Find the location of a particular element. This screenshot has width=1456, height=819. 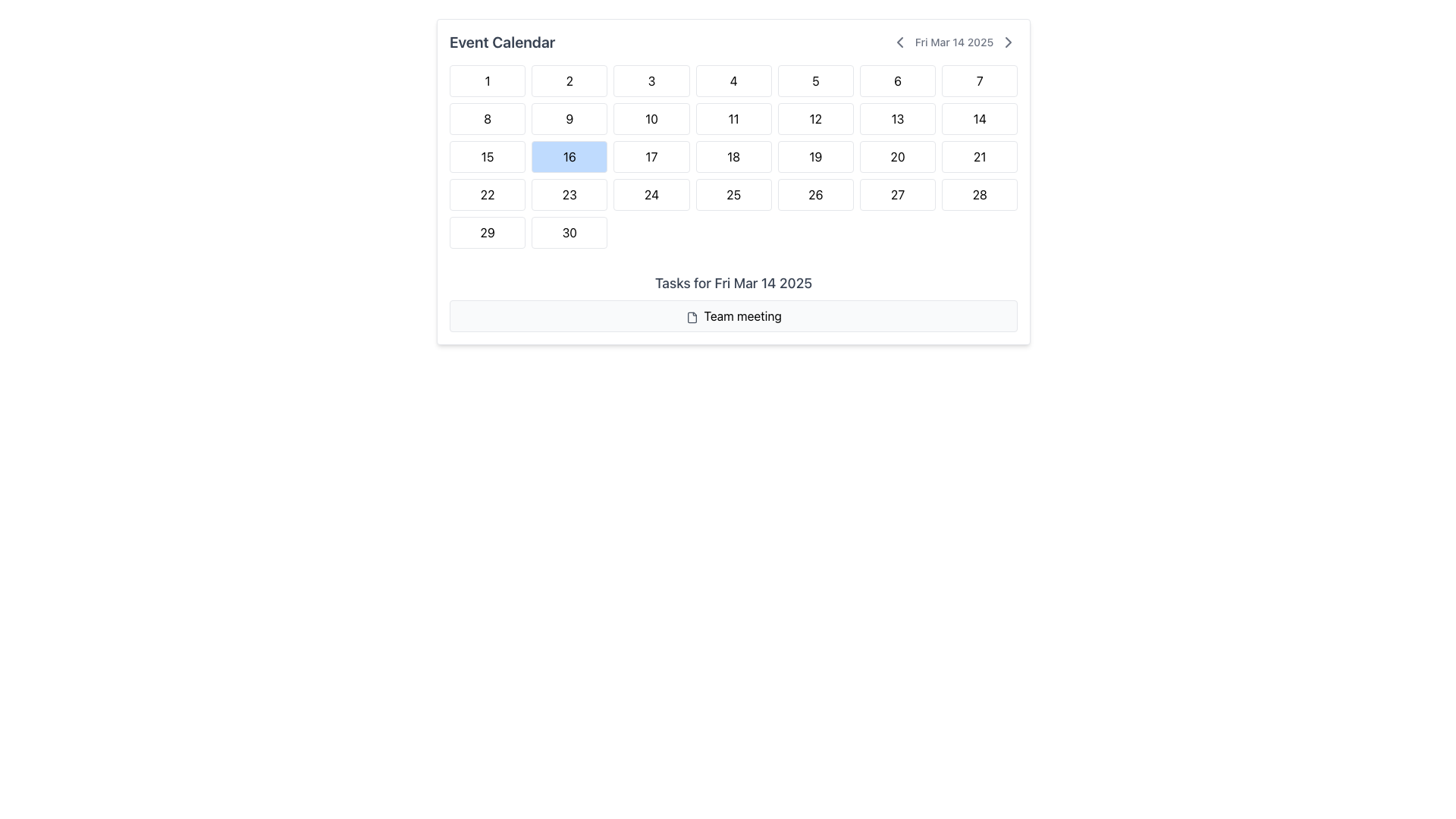

the Day cell displaying the number '5' in the calendar grid is located at coordinates (814, 81).